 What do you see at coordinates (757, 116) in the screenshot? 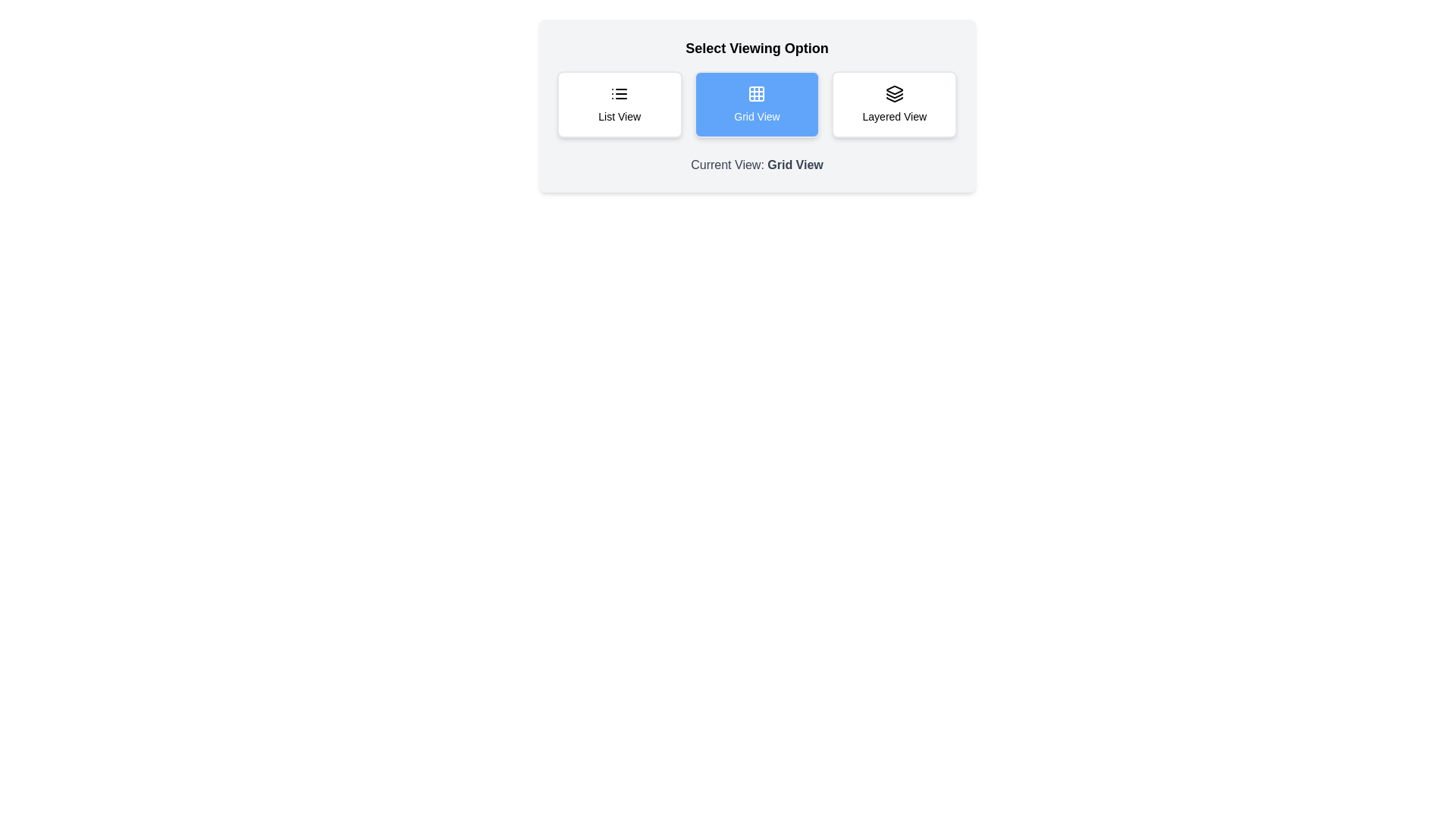
I see `the 'Grid View' text label, which is a small font label situated below a grid icon in a vertically-stacked layout within a button` at bounding box center [757, 116].